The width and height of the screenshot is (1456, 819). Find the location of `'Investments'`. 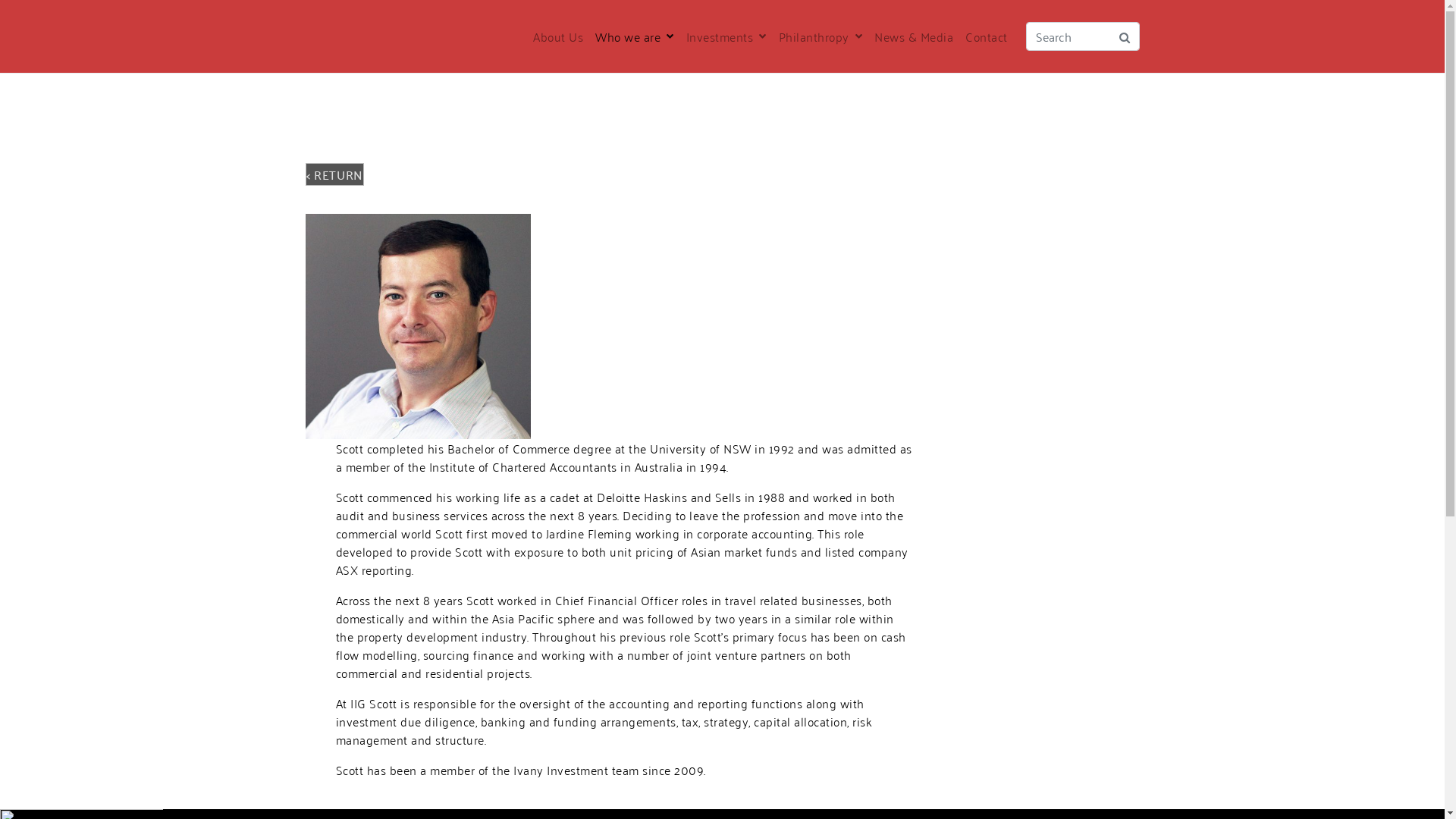

'Investments' is located at coordinates (724, 35).